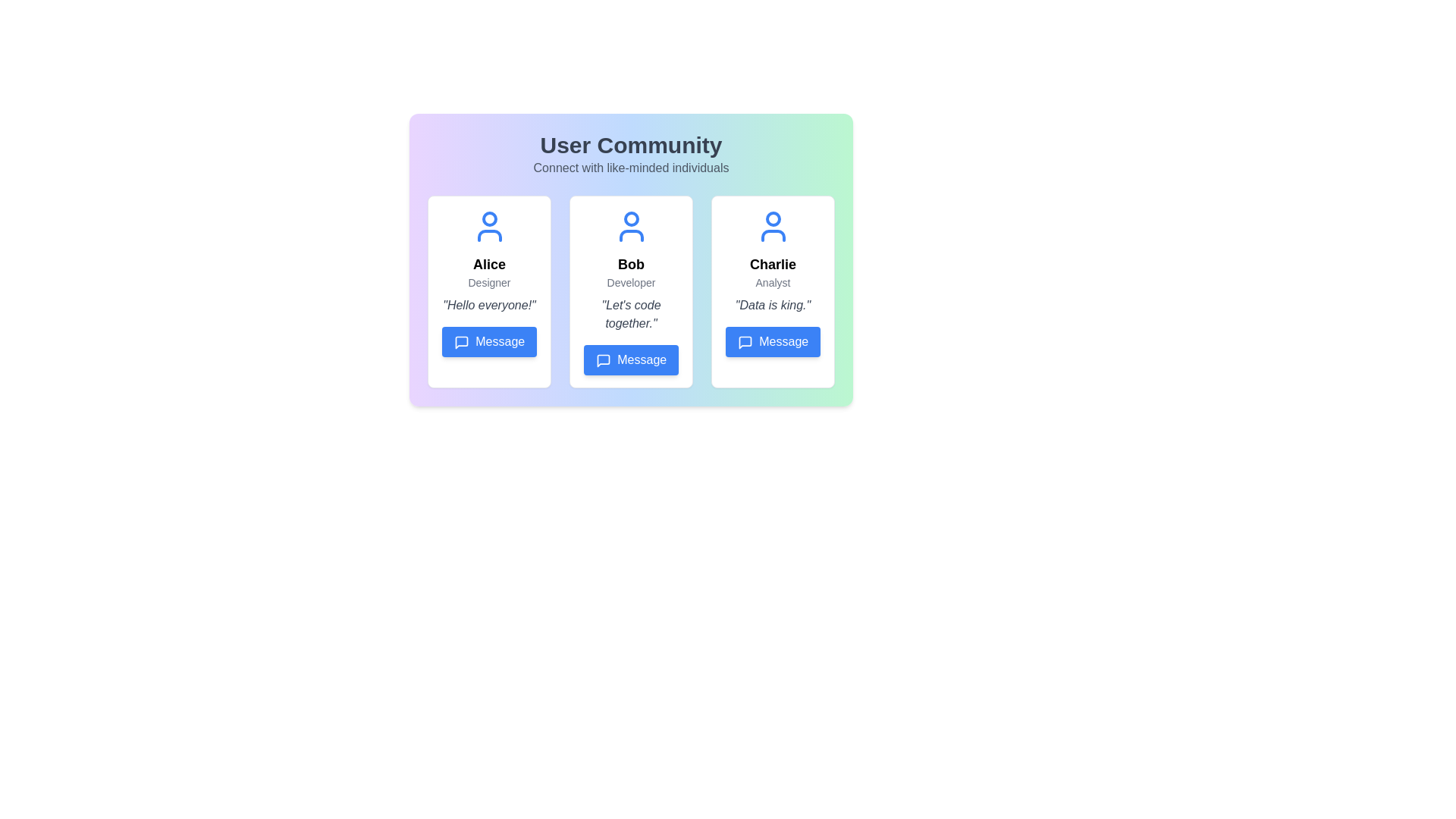 Image resolution: width=1456 pixels, height=819 pixels. What do you see at coordinates (773, 219) in the screenshot?
I see `the circular SVG element that is part of the user icon representing 'Charlie' on the third card in the user community section` at bounding box center [773, 219].